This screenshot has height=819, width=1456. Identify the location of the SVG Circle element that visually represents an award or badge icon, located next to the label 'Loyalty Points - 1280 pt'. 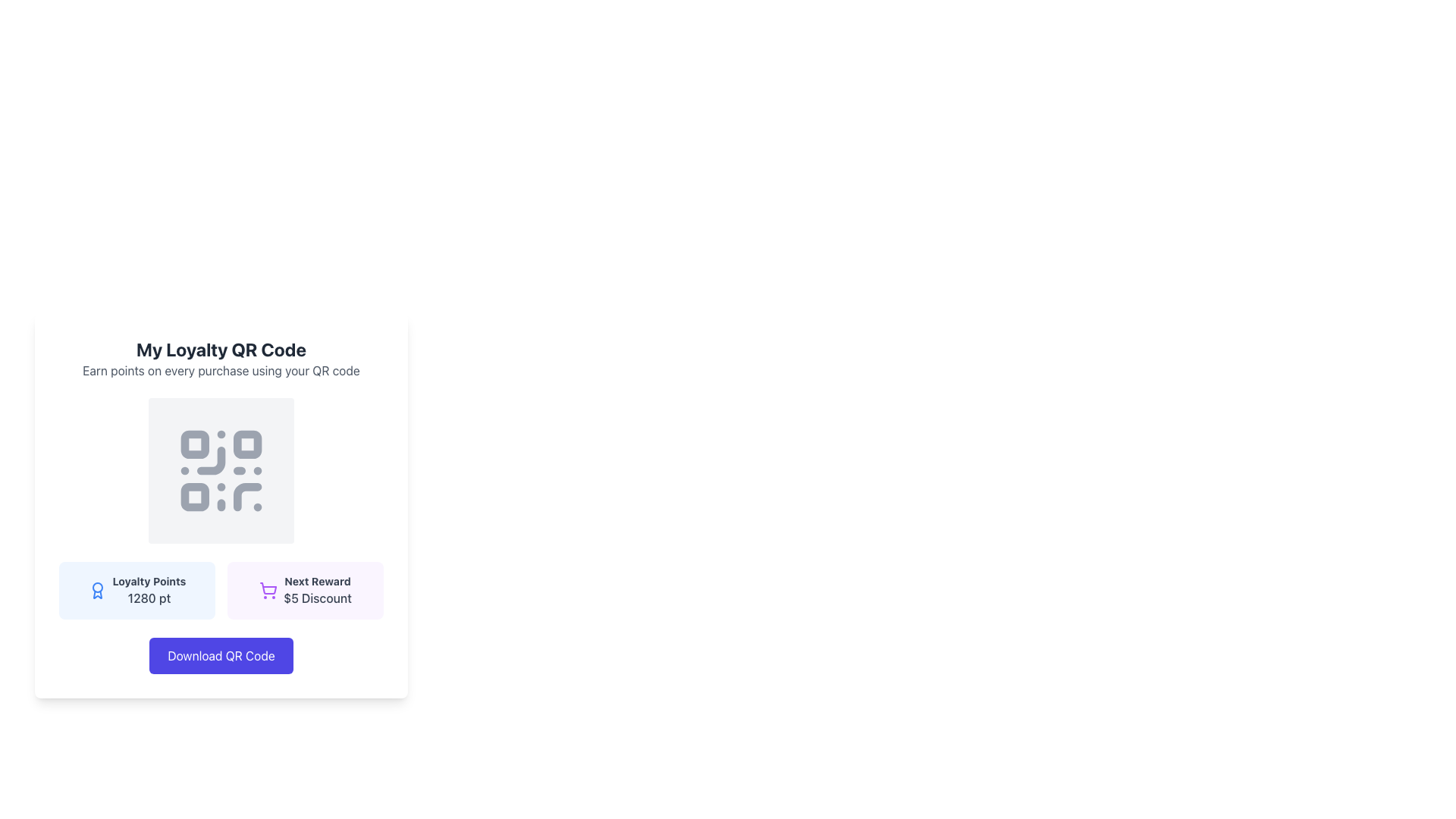
(96, 587).